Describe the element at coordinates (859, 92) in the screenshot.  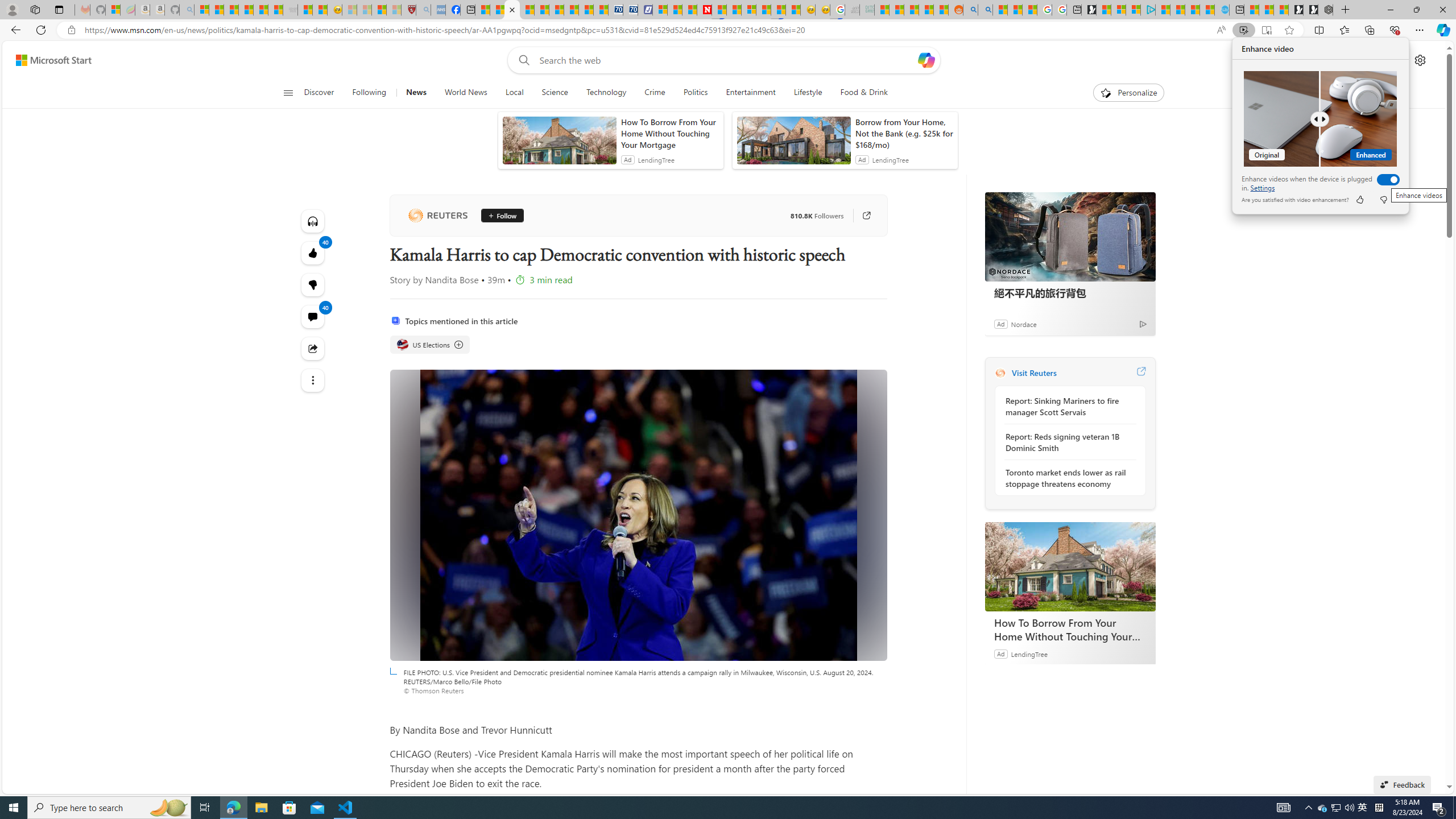
I see `'Food & Drink'` at that location.